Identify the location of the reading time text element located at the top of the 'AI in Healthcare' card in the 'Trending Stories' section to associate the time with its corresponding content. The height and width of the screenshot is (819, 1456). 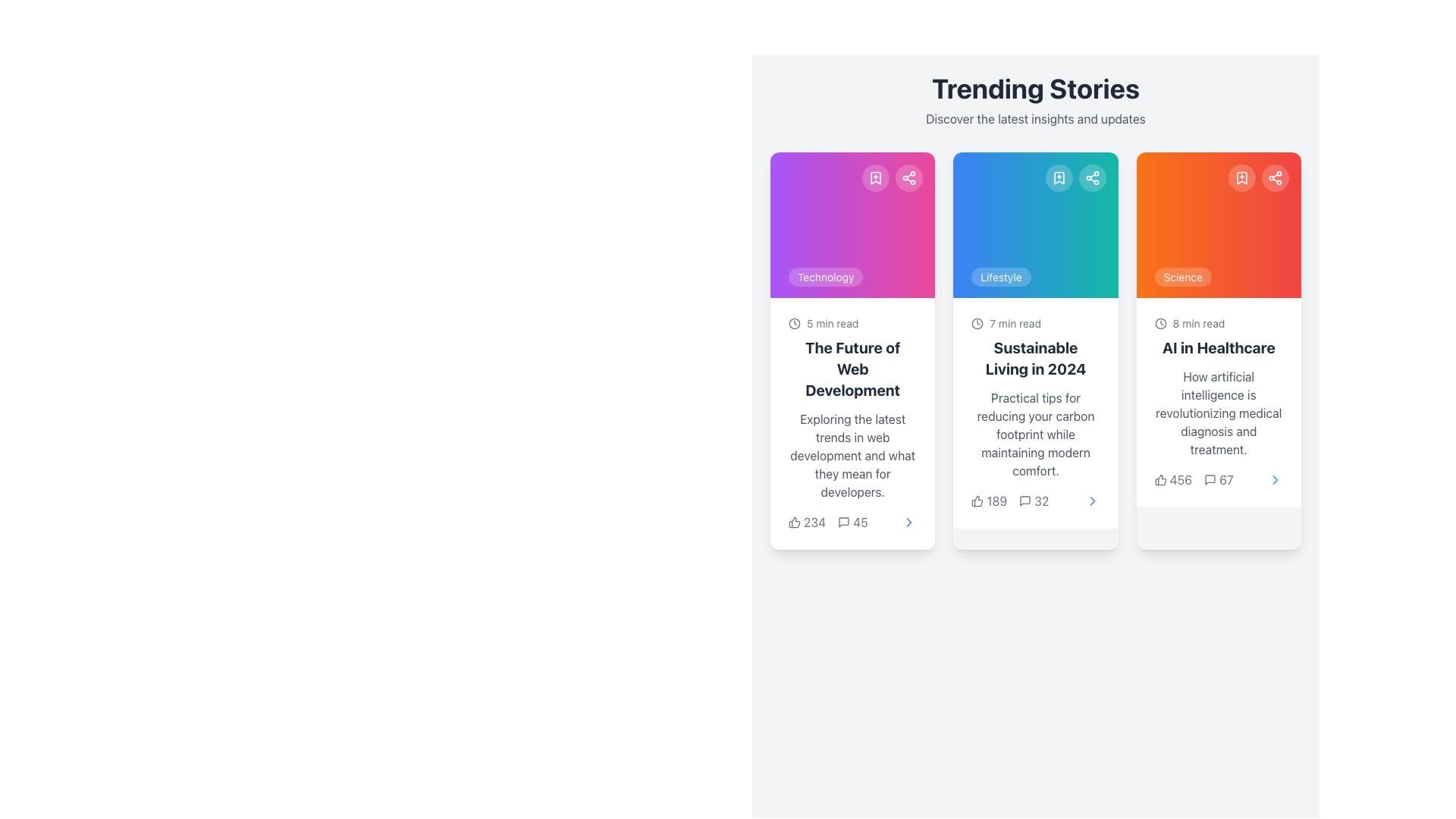
(1219, 323).